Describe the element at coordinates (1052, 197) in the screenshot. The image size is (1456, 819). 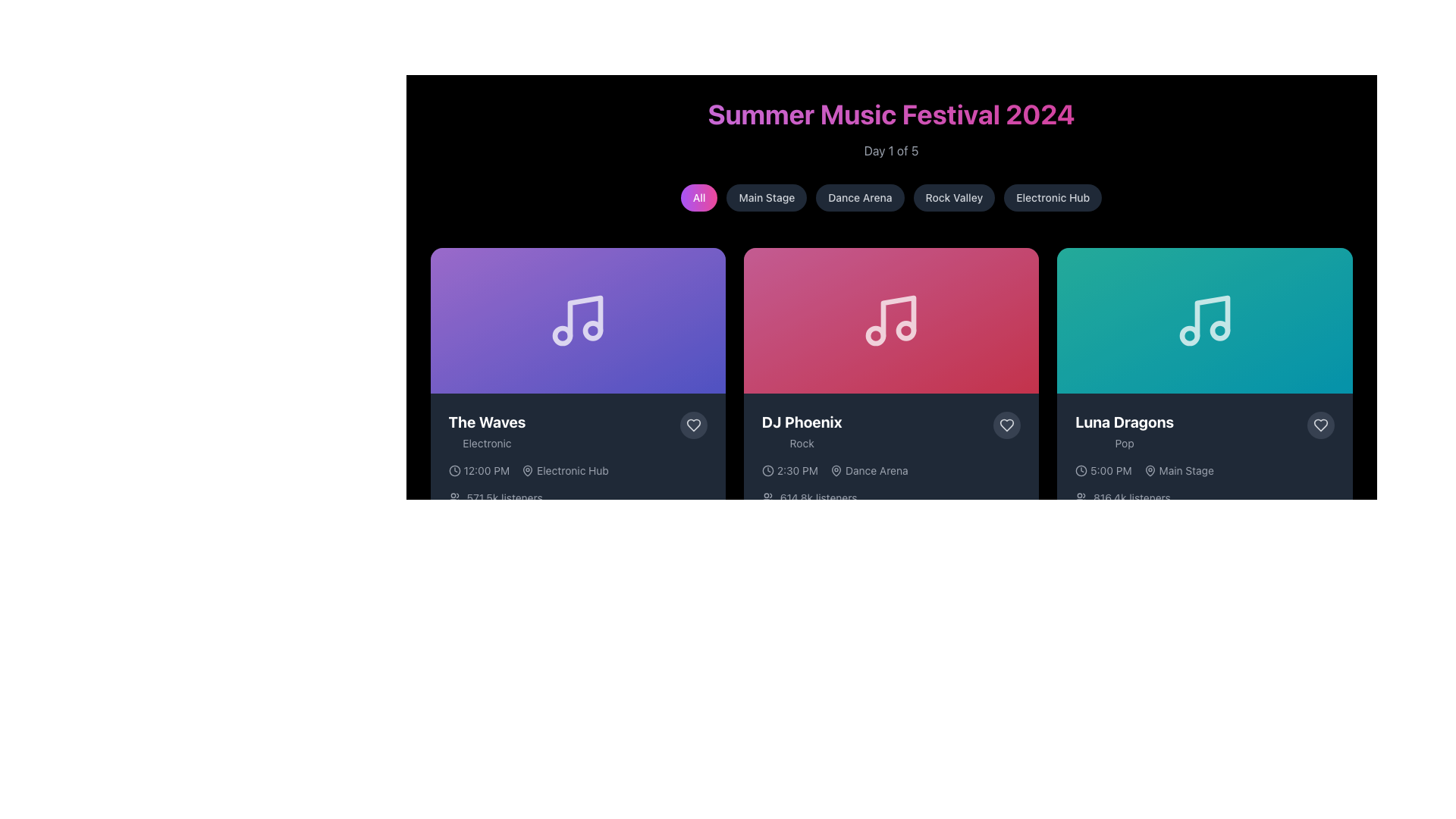
I see `the 'Electronic Hub' rounded rectangular button with light gray text on a dark gray background` at that location.